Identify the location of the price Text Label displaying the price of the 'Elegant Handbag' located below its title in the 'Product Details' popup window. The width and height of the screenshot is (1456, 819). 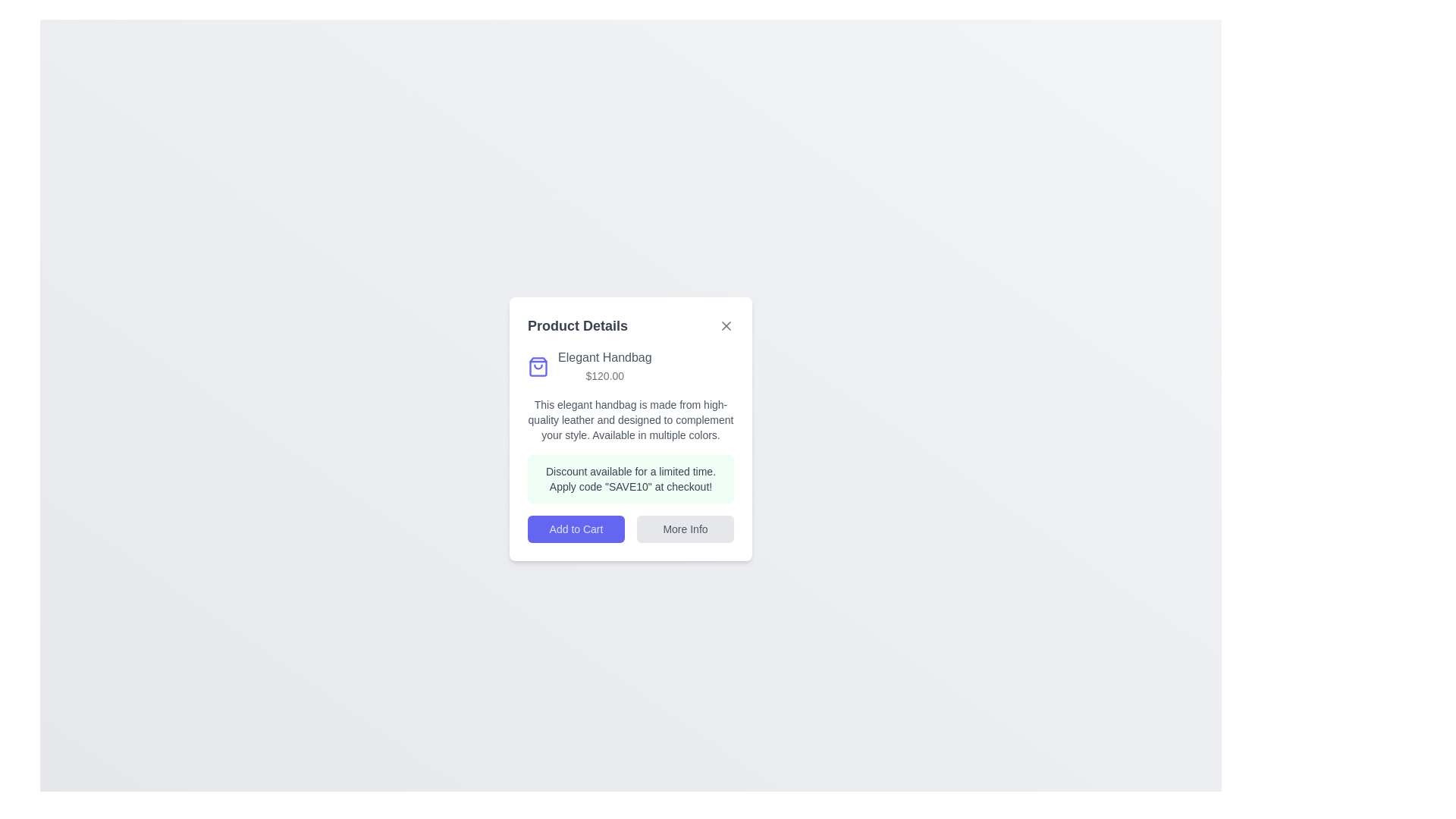
(604, 375).